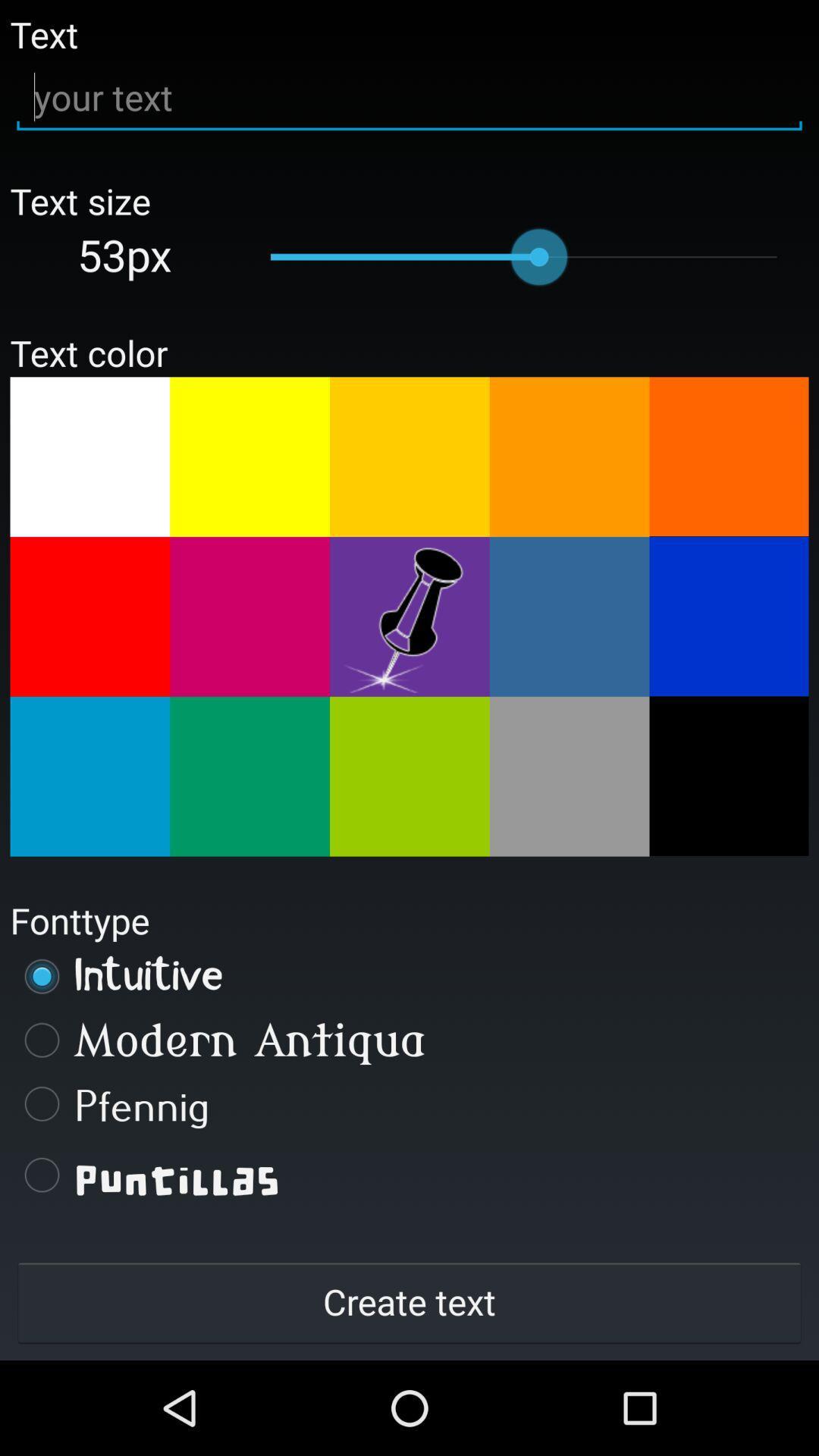 The width and height of the screenshot is (819, 1456). Describe the element at coordinates (409, 1039) in the screenshot. I see `icon below intuitive item` at that location.